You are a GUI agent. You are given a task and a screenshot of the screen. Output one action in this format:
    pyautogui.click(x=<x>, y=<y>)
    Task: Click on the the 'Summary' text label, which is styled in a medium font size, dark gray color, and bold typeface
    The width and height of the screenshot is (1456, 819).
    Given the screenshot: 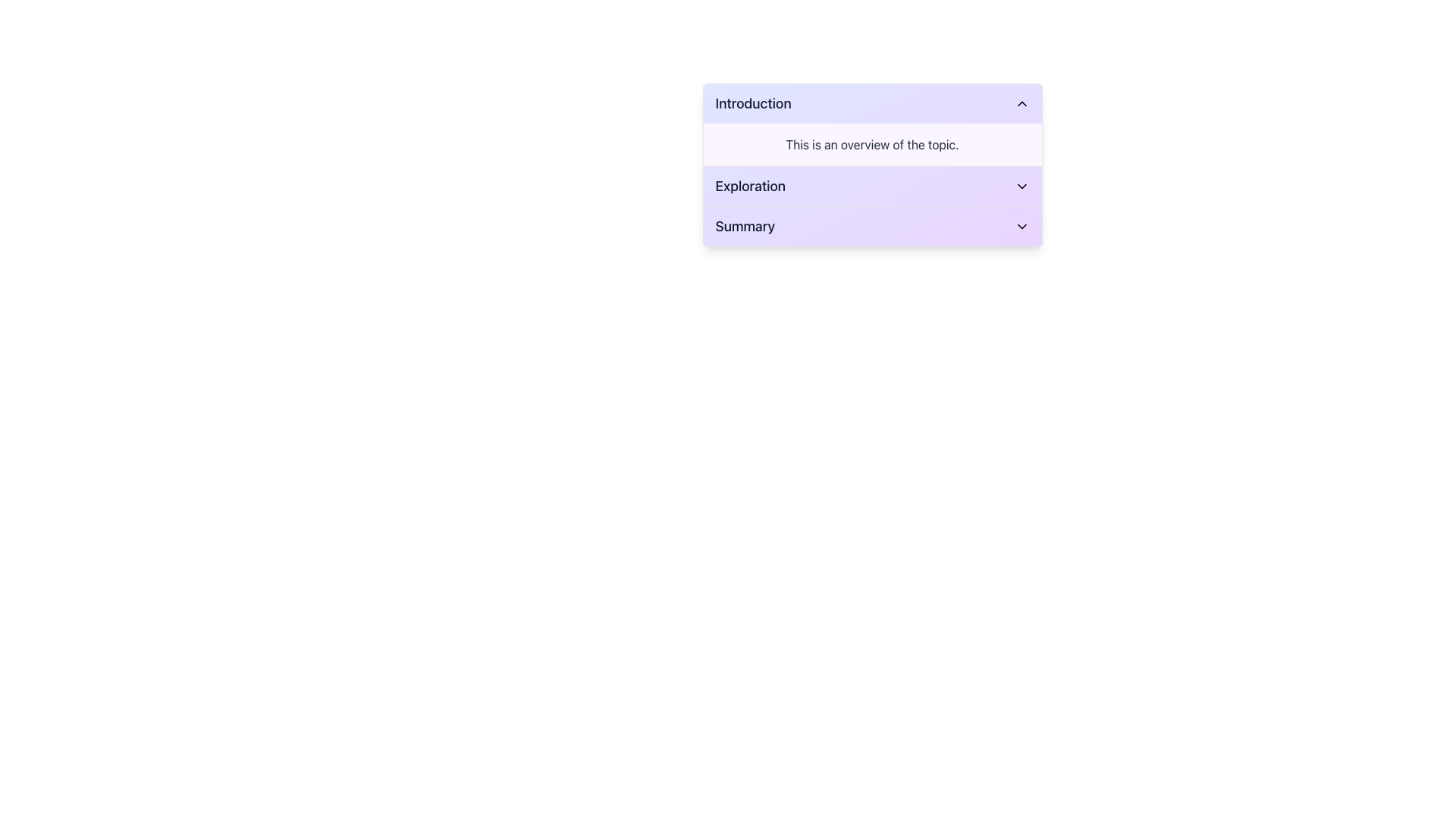 What is the action you would take?
    pyautogui.click(x=745, y=227)
    